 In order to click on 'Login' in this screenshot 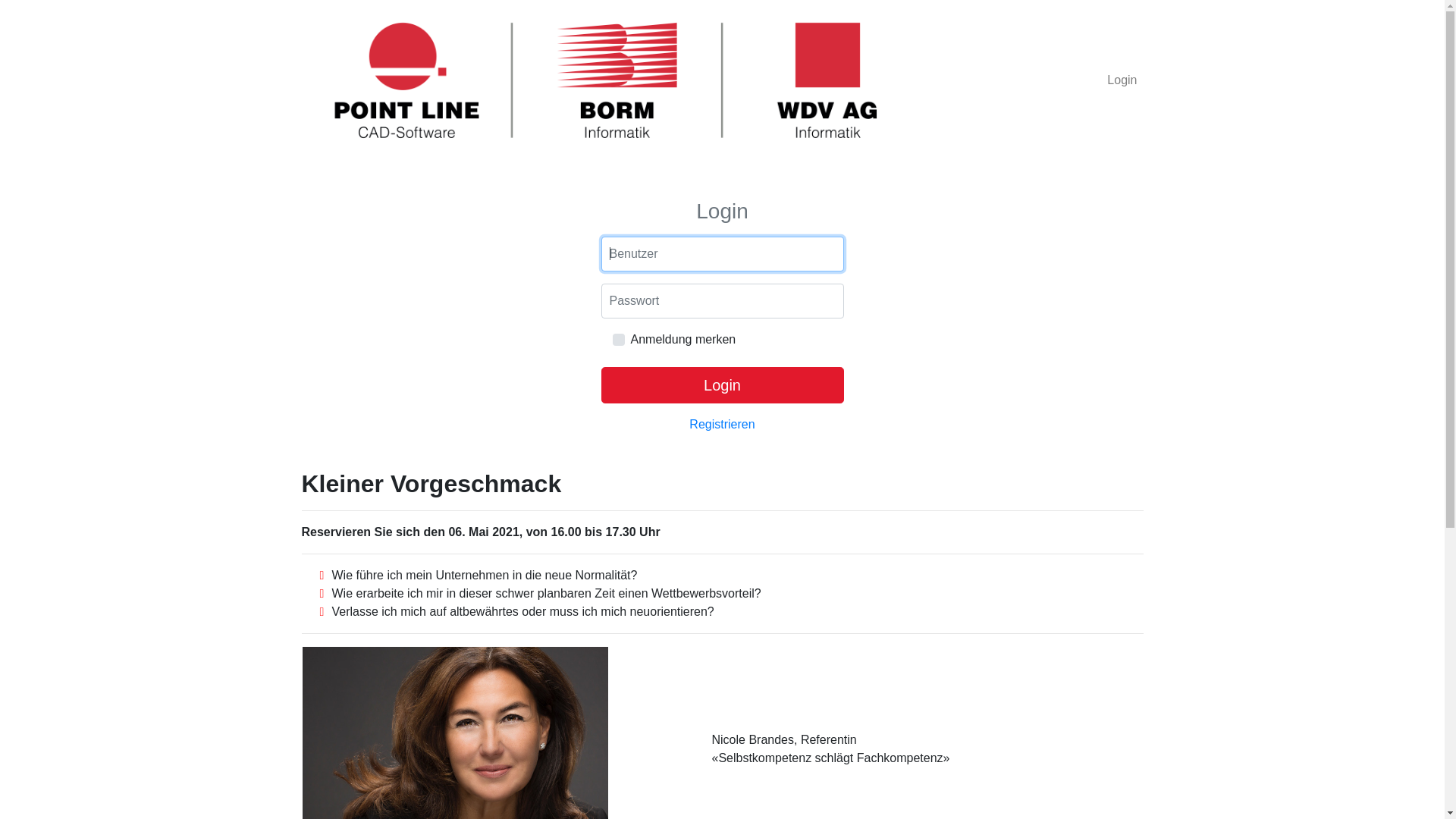, I will do `click(720, 384)`.